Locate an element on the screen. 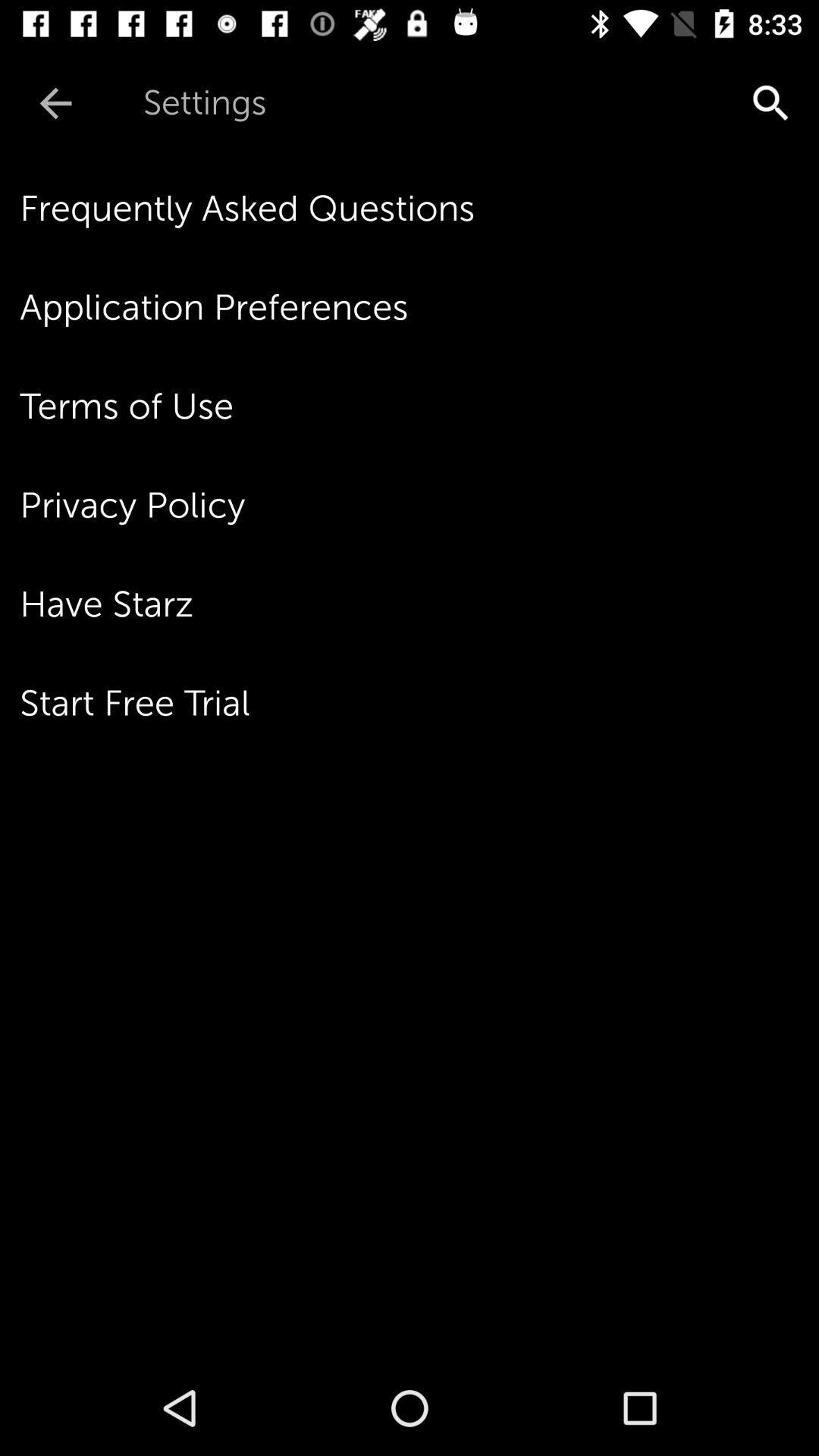  the icon below the application preferences item is located at coordinates (419, 406).